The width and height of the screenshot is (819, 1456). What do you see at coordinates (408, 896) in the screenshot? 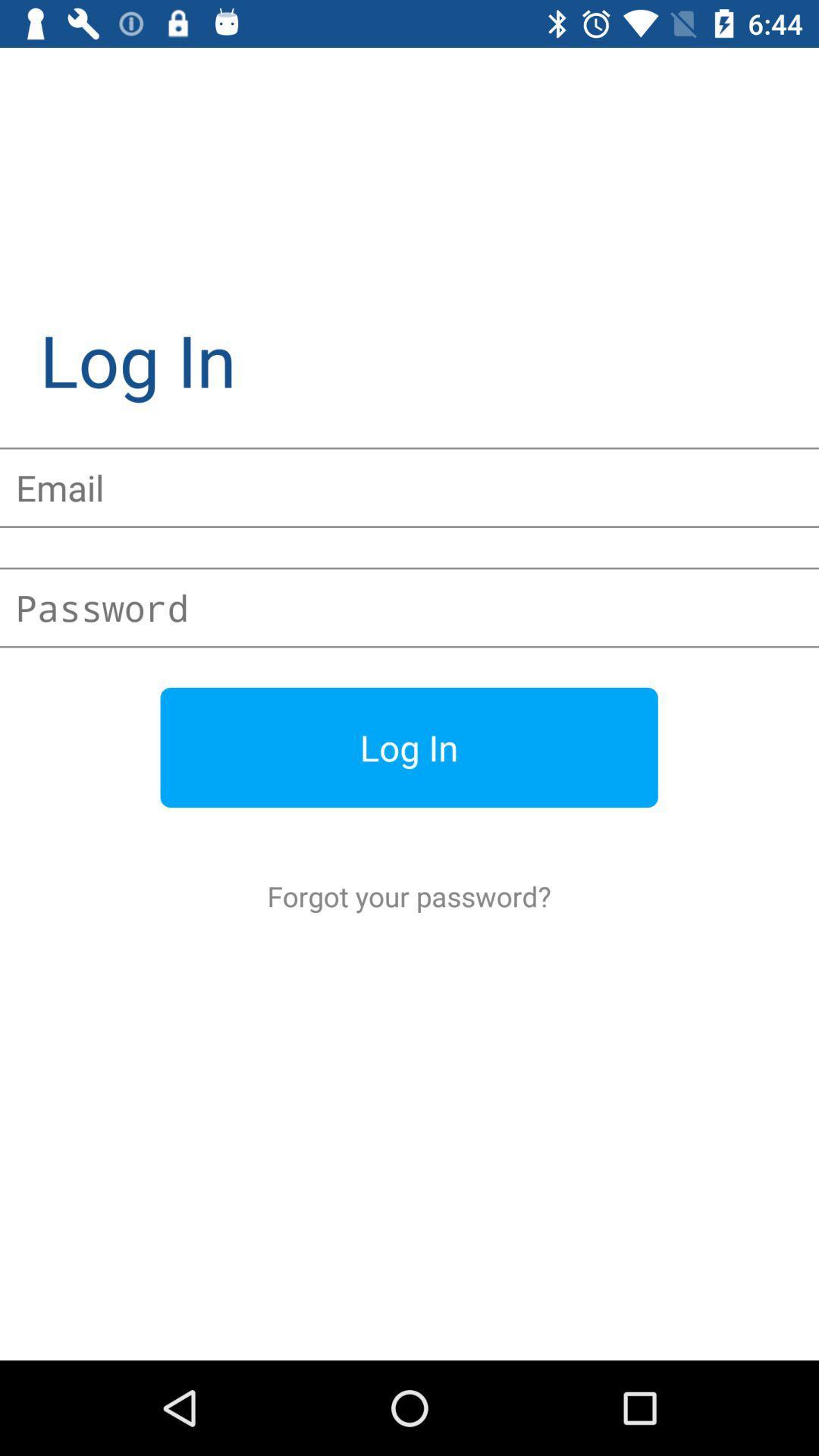
I see `item below the log in item` at bounding box center [408, 896].